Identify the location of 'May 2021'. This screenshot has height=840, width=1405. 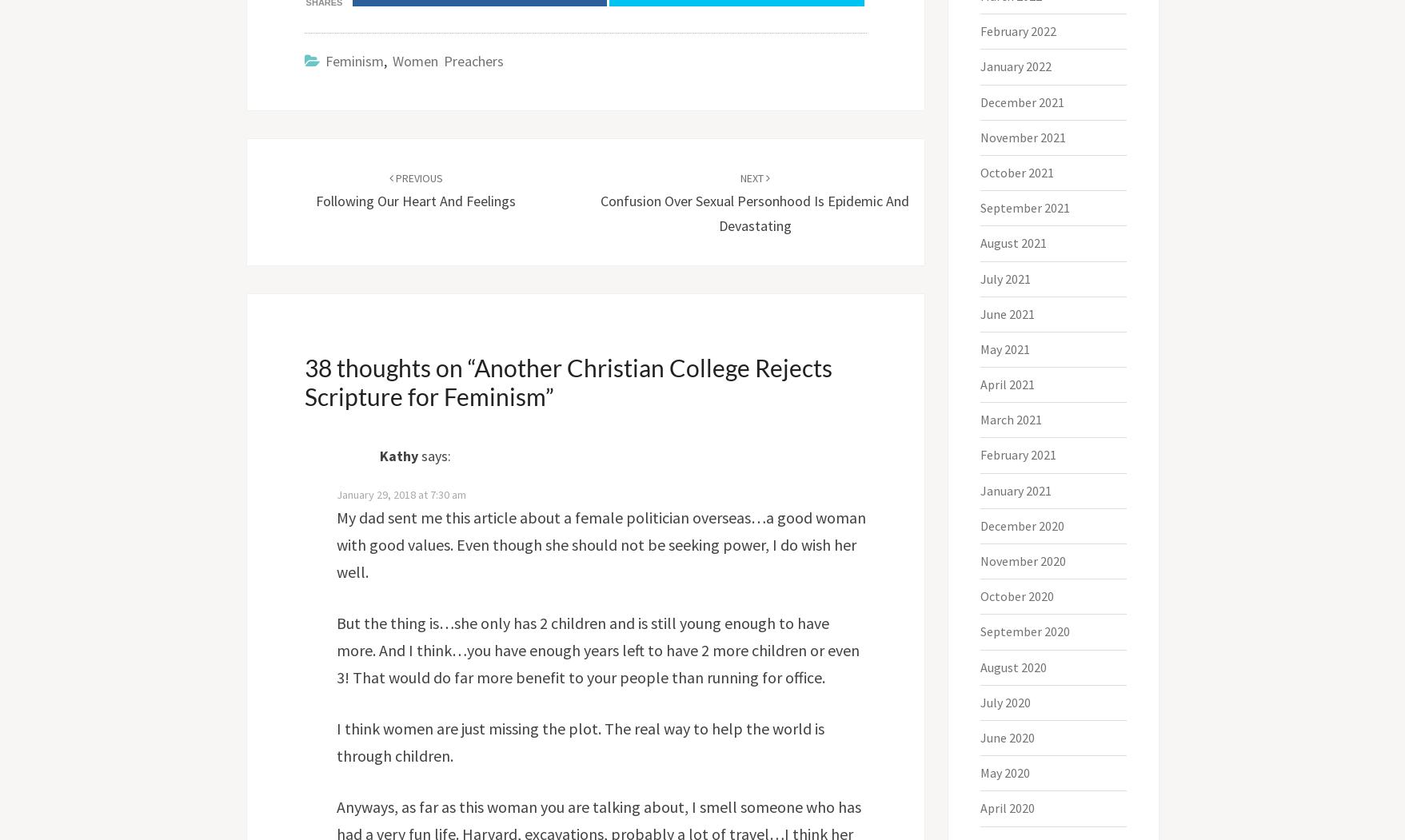
(980, 348).